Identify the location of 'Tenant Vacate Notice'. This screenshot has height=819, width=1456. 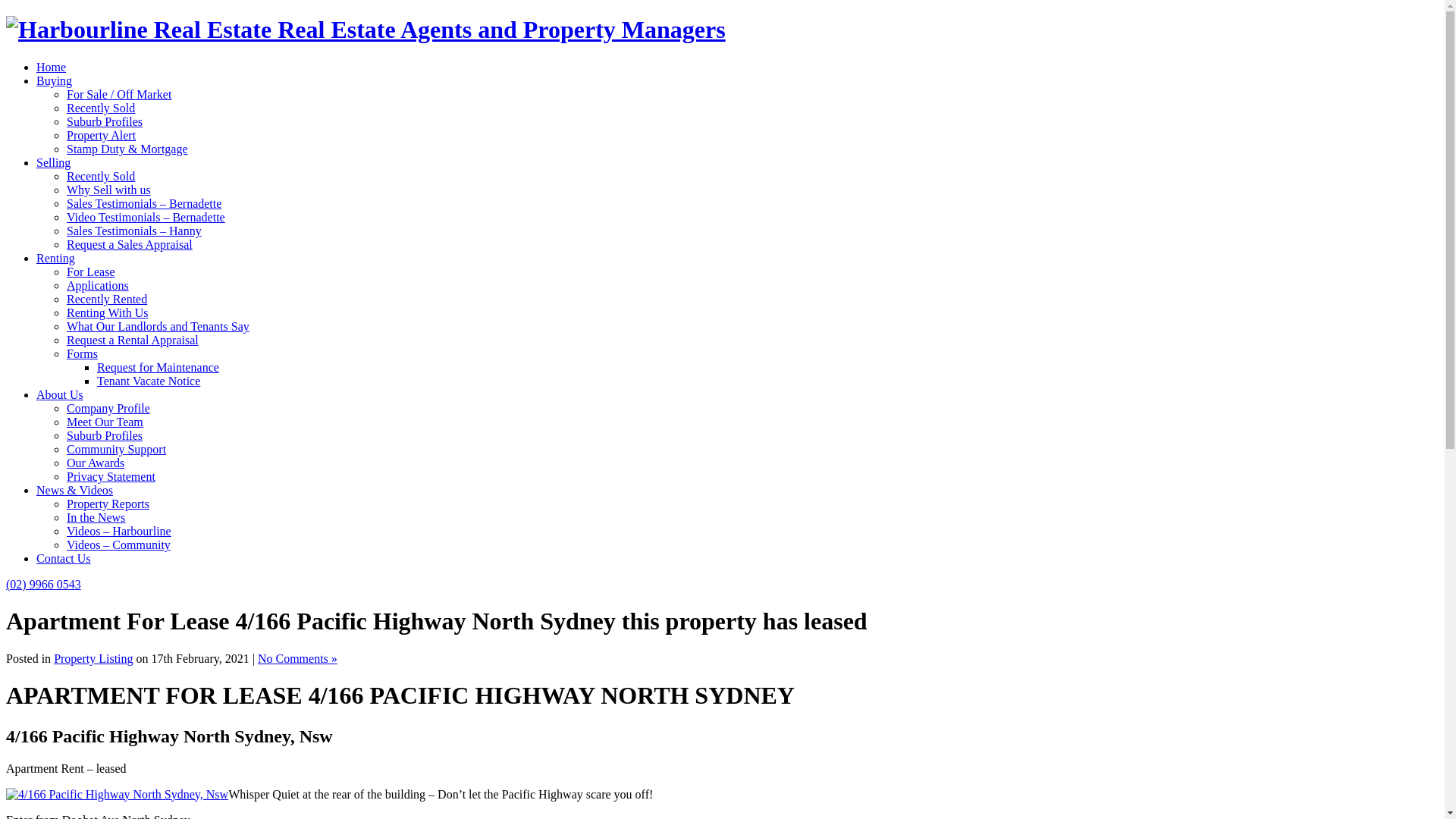
(149, 380).